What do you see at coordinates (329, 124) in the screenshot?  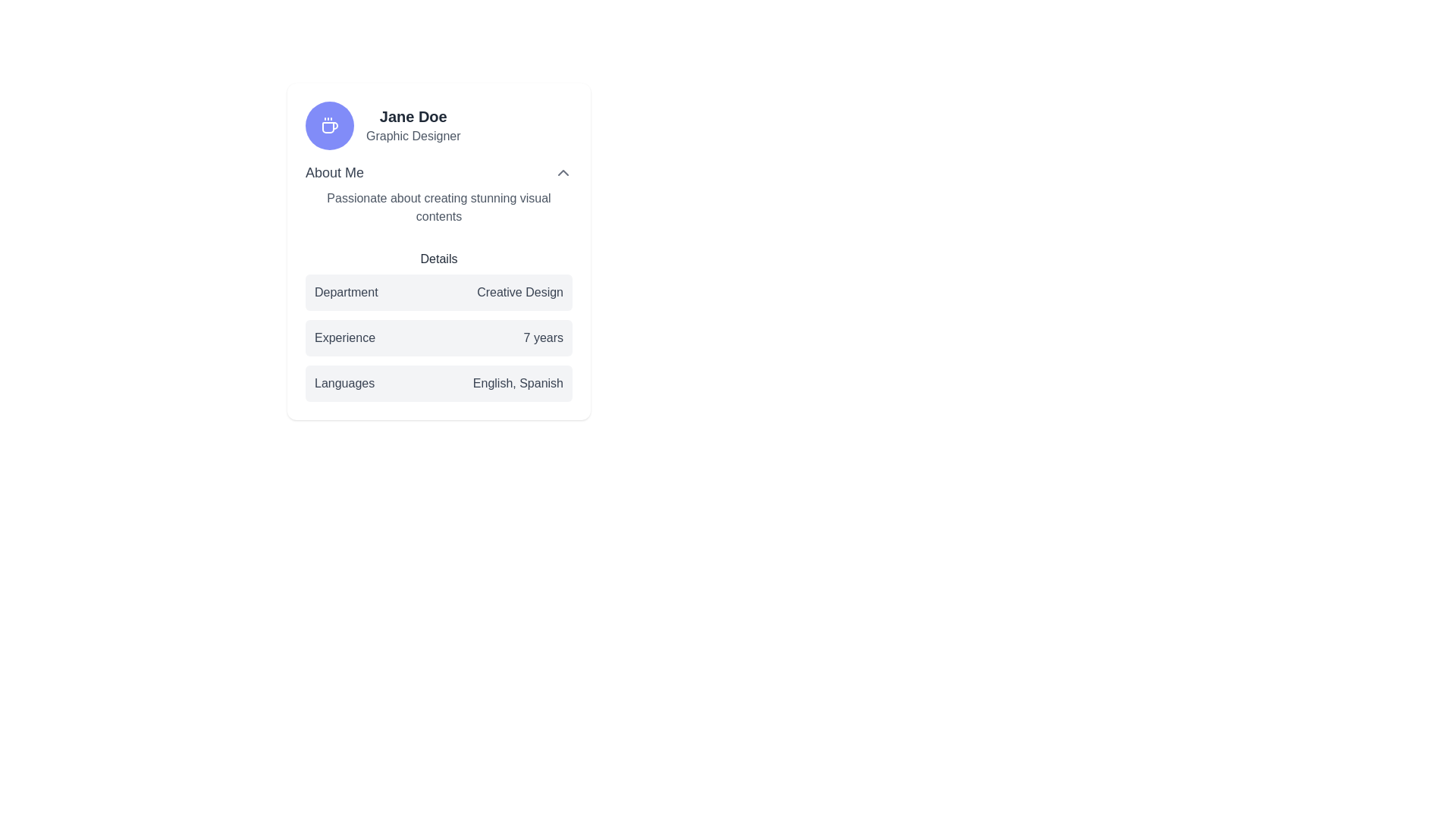 I see `the decorative icon located in the top-left section of the profile card, which is centered above the user name 'Jane Doe'` at bounding box center [329, 124].